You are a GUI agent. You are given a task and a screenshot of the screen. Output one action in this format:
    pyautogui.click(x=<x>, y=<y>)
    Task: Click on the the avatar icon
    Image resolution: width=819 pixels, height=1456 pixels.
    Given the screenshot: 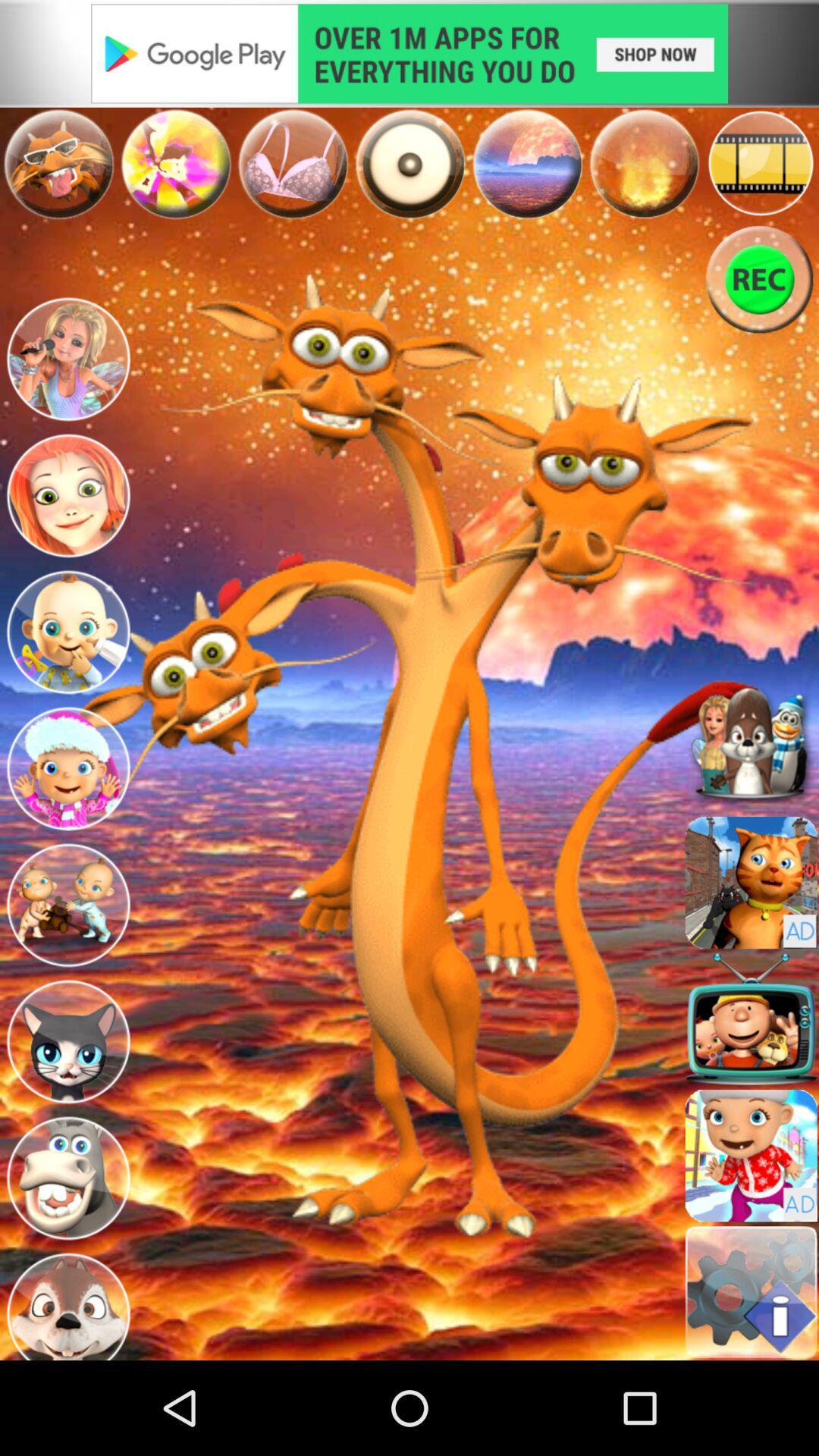 What is the action you would take?
    pyautogui.click(x=67, y=676)
    